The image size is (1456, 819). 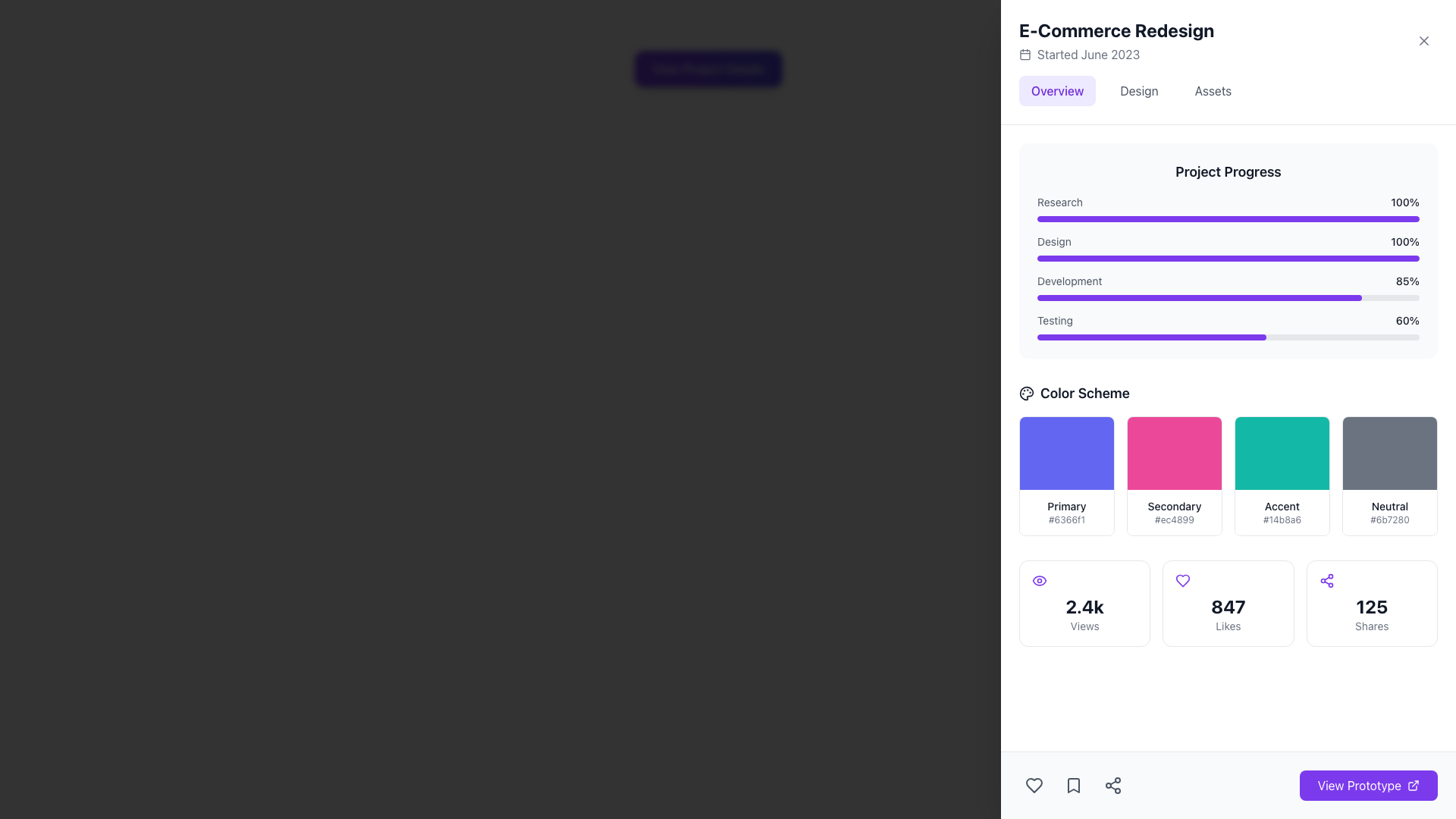 What do you see at coordinates (1053, 241) in the screenshot?
I see `the 'Design' text label in the right-hand panel under the 'Project Progress' section, which is gray and aligned horizontally with other text elements` at bounding box center [1053, 241].